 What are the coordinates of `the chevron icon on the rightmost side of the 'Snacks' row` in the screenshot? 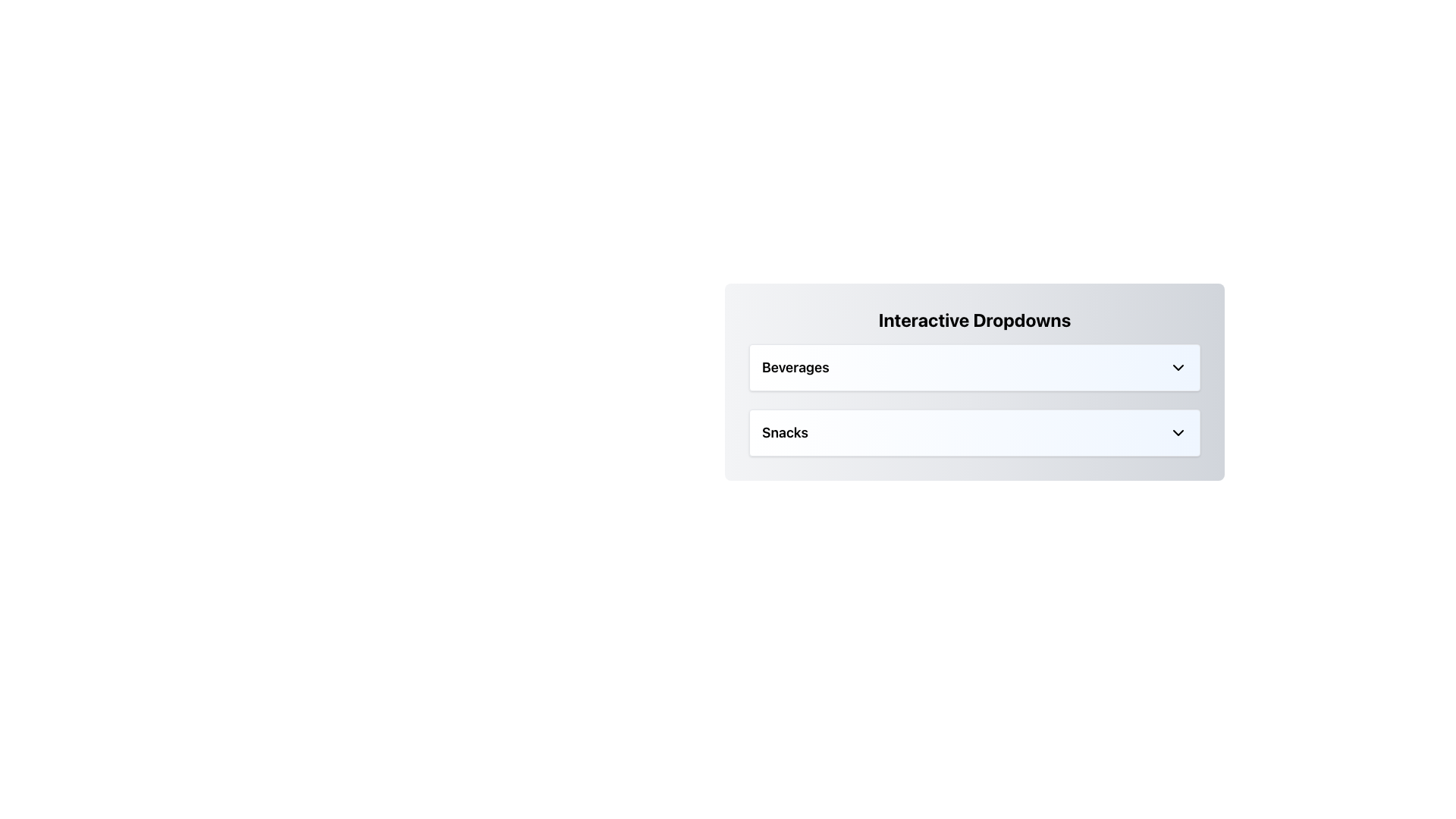 It's located at (1178, 432).